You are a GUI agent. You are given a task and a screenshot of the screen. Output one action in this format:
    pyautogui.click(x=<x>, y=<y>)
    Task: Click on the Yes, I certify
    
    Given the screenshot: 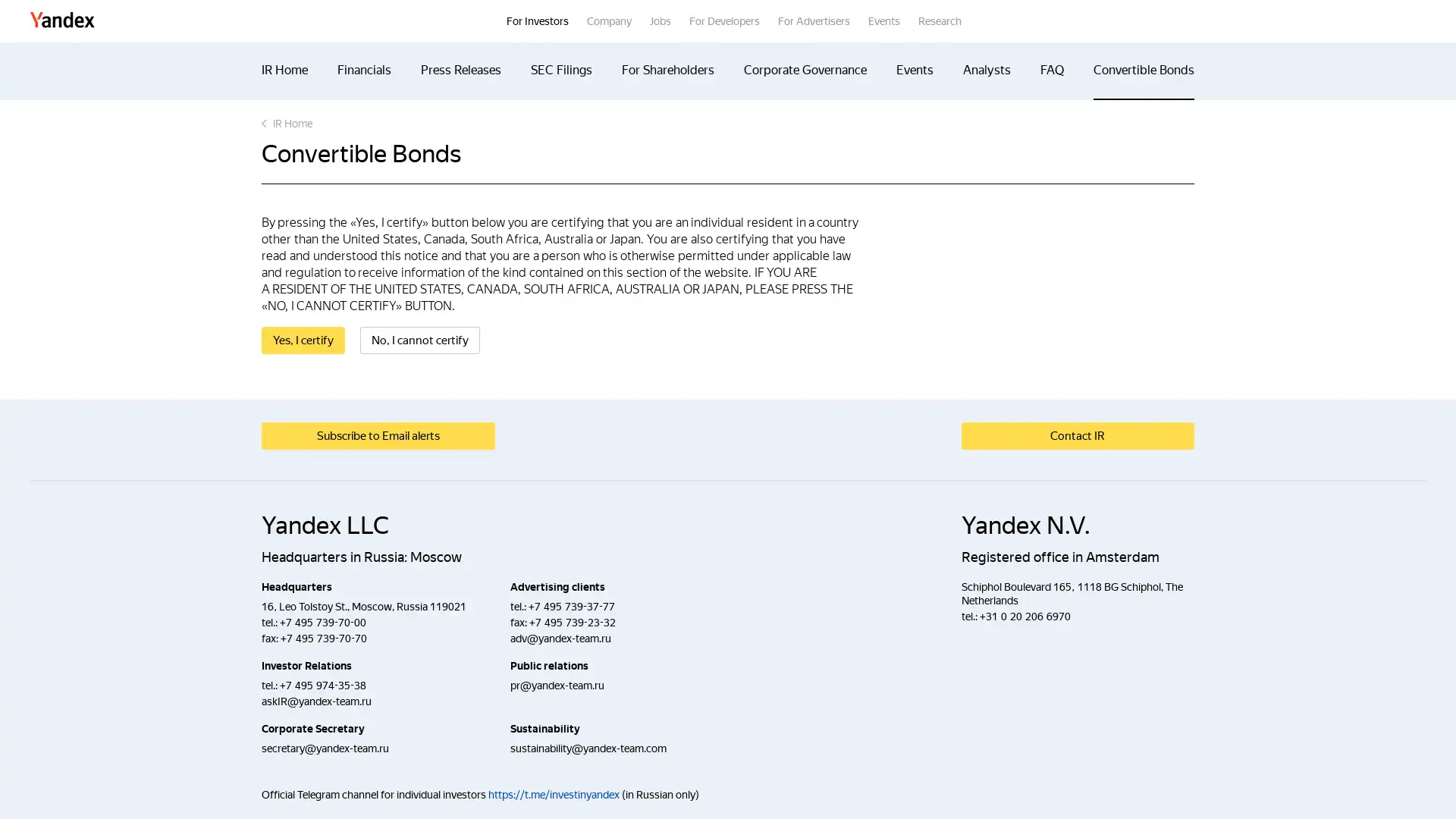 What is the action you would take?
    pyautogui.click(x=303, y=339)
    